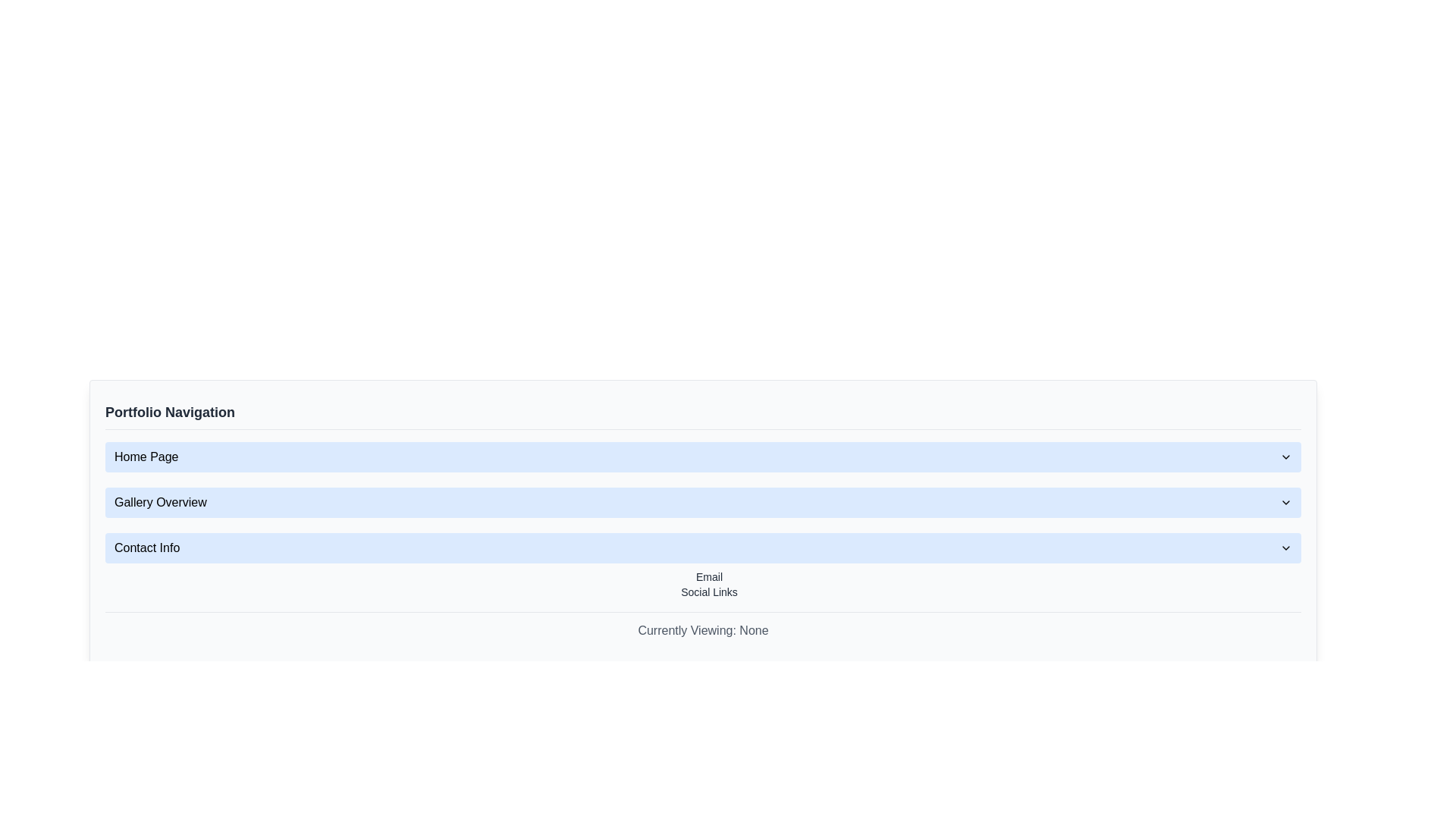 The image size is (1456, 819). What do you see at coordinates (1285, 548) in the screenshot?
I see `the chevron icon on the 'Contact Info' button` at bounding box center [1285, 548].